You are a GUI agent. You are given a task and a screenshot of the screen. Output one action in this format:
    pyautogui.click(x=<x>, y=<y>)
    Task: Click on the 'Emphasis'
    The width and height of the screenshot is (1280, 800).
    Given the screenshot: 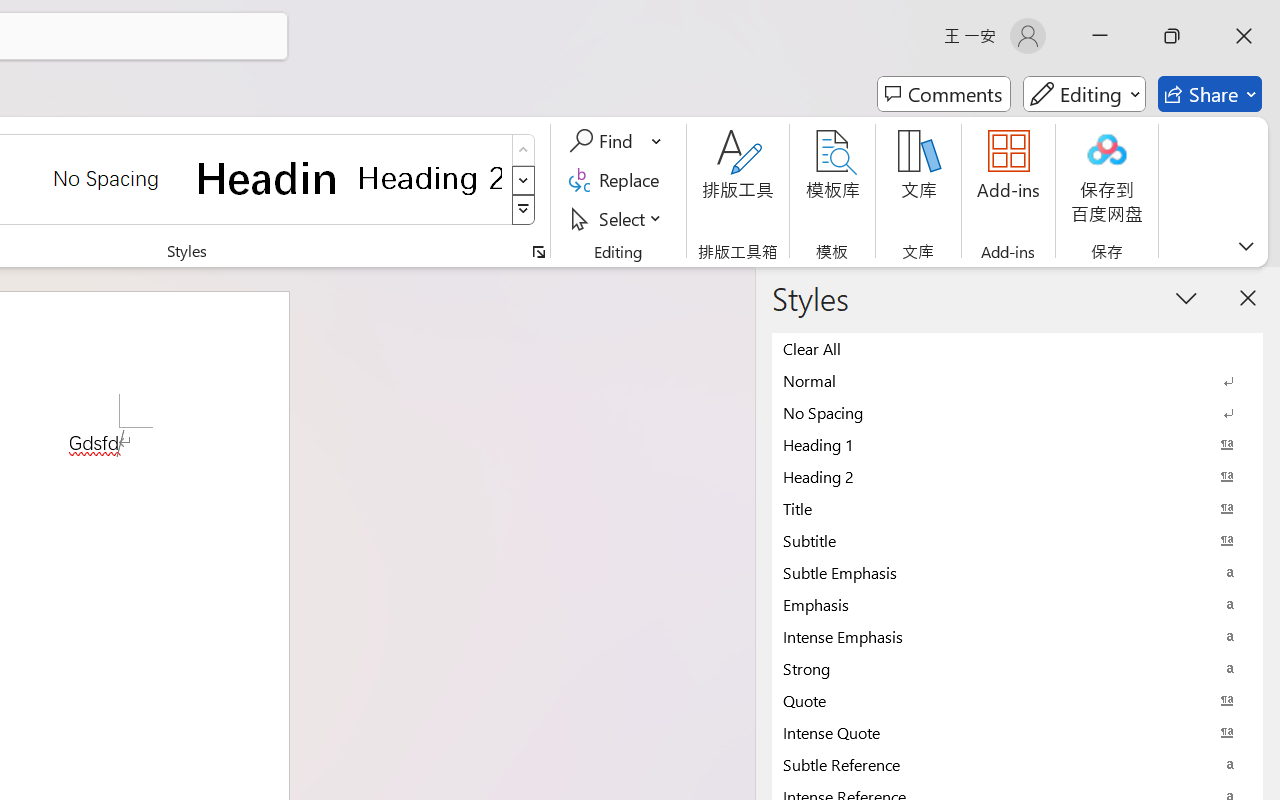 What is the action you would take?
    pyautogui.click(x=1017, y=604)
    